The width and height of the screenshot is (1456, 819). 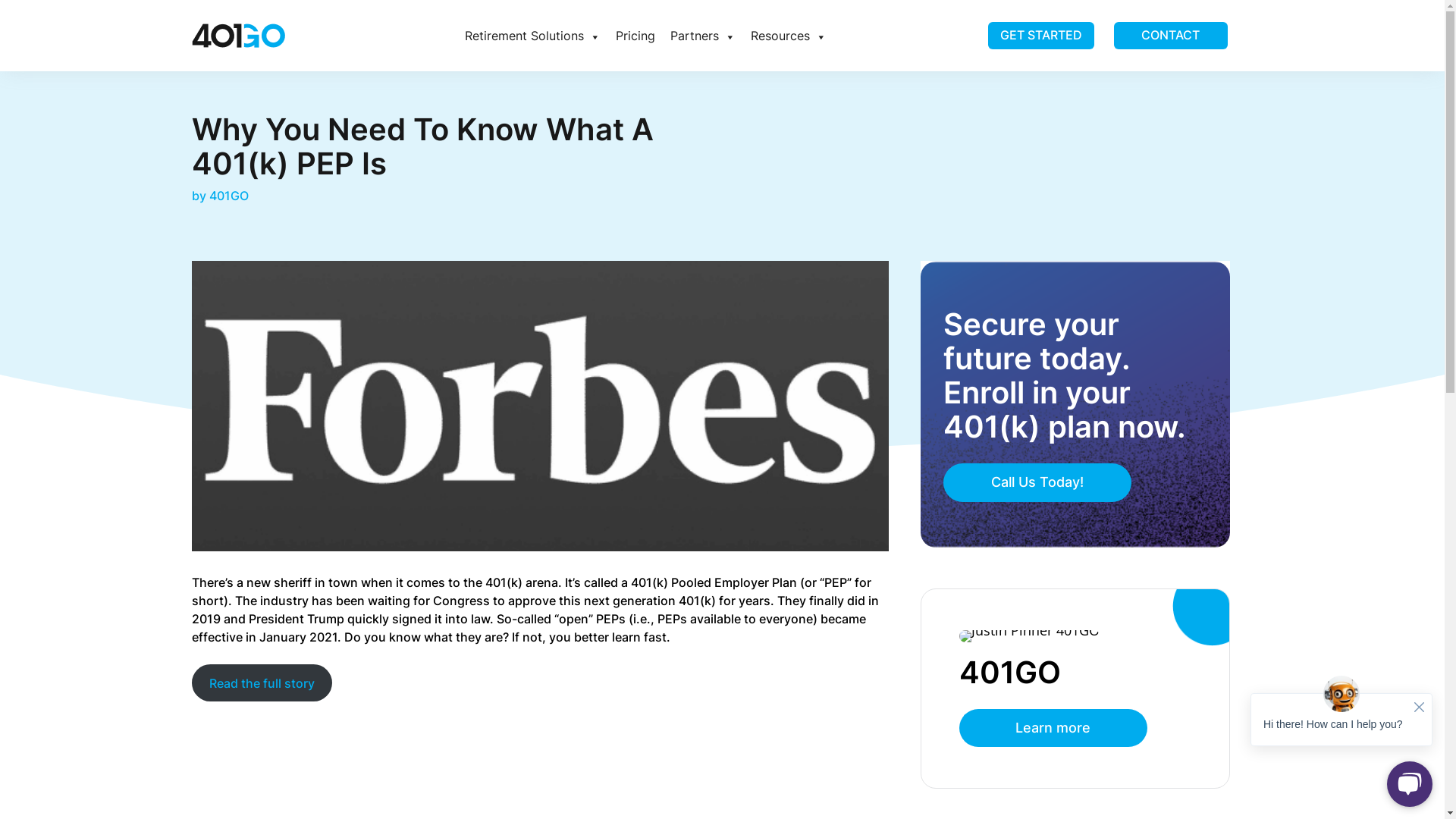 What do you see at coordinates (635, 34) in the screenshot?
I see `'Pricing'` at bounding box center [635, 34].